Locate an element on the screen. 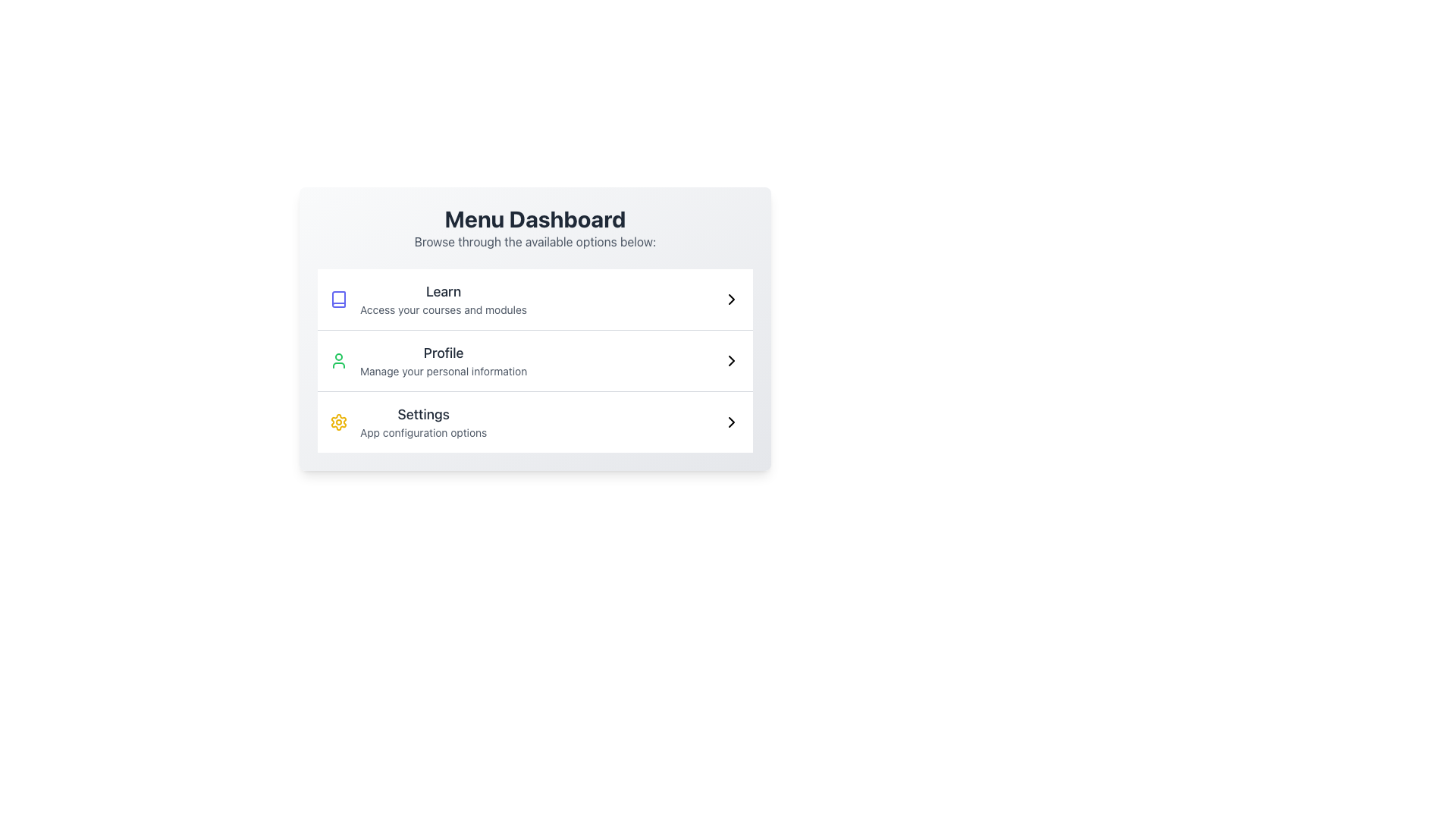 The image size is (1456, 819). the 'Profile' clickable menu item, which contains the text 'Profile' in bold and 'Manage your personal information' in smaller text, positioned below an icon and aligned within a card-like grouping is located at coordinates (443, 360).